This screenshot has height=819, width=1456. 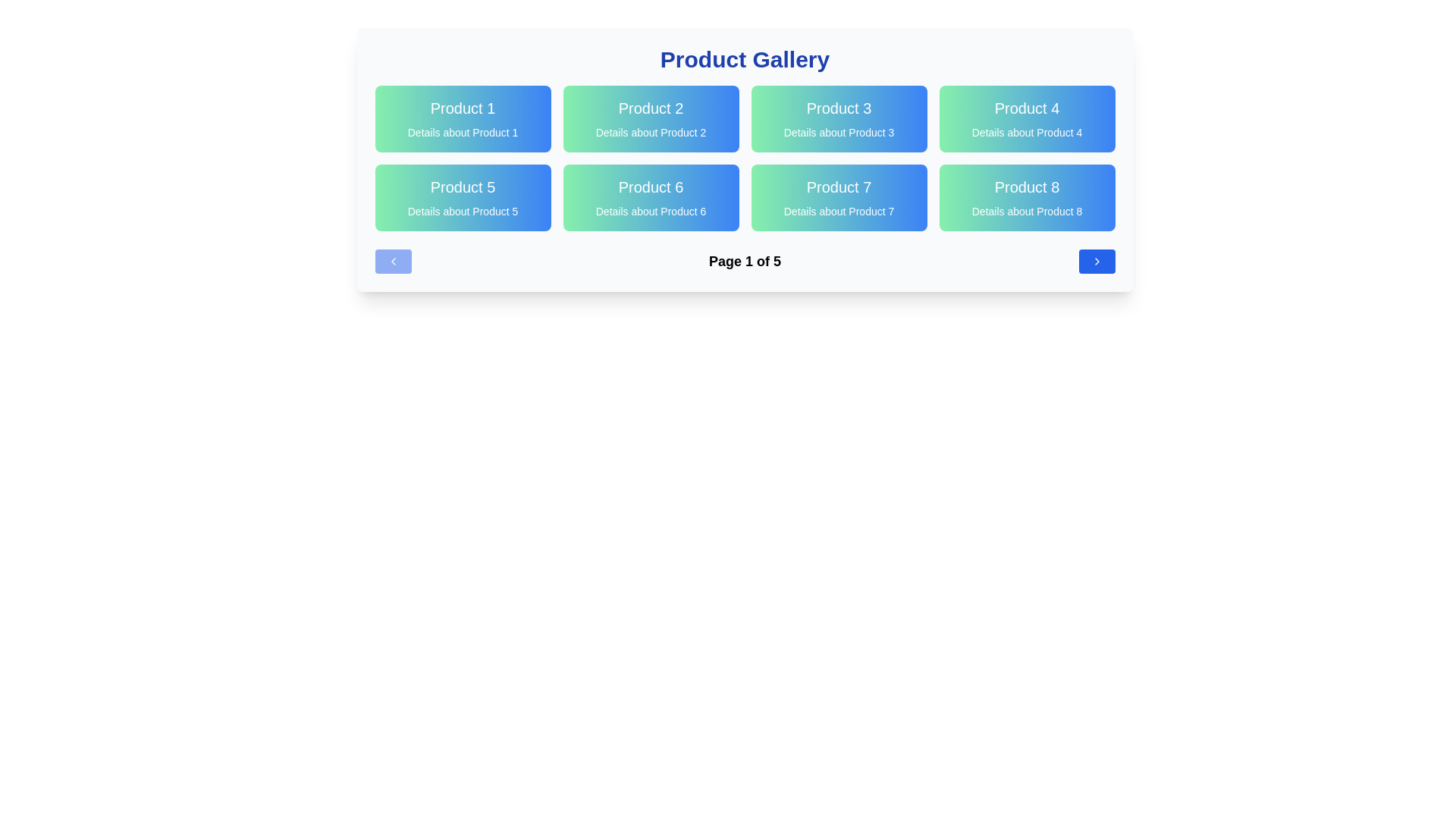 I want to click on the Label element titled 'Product 4' located in the top-right card of the product gallery interface, so click(x=1027, y=107).